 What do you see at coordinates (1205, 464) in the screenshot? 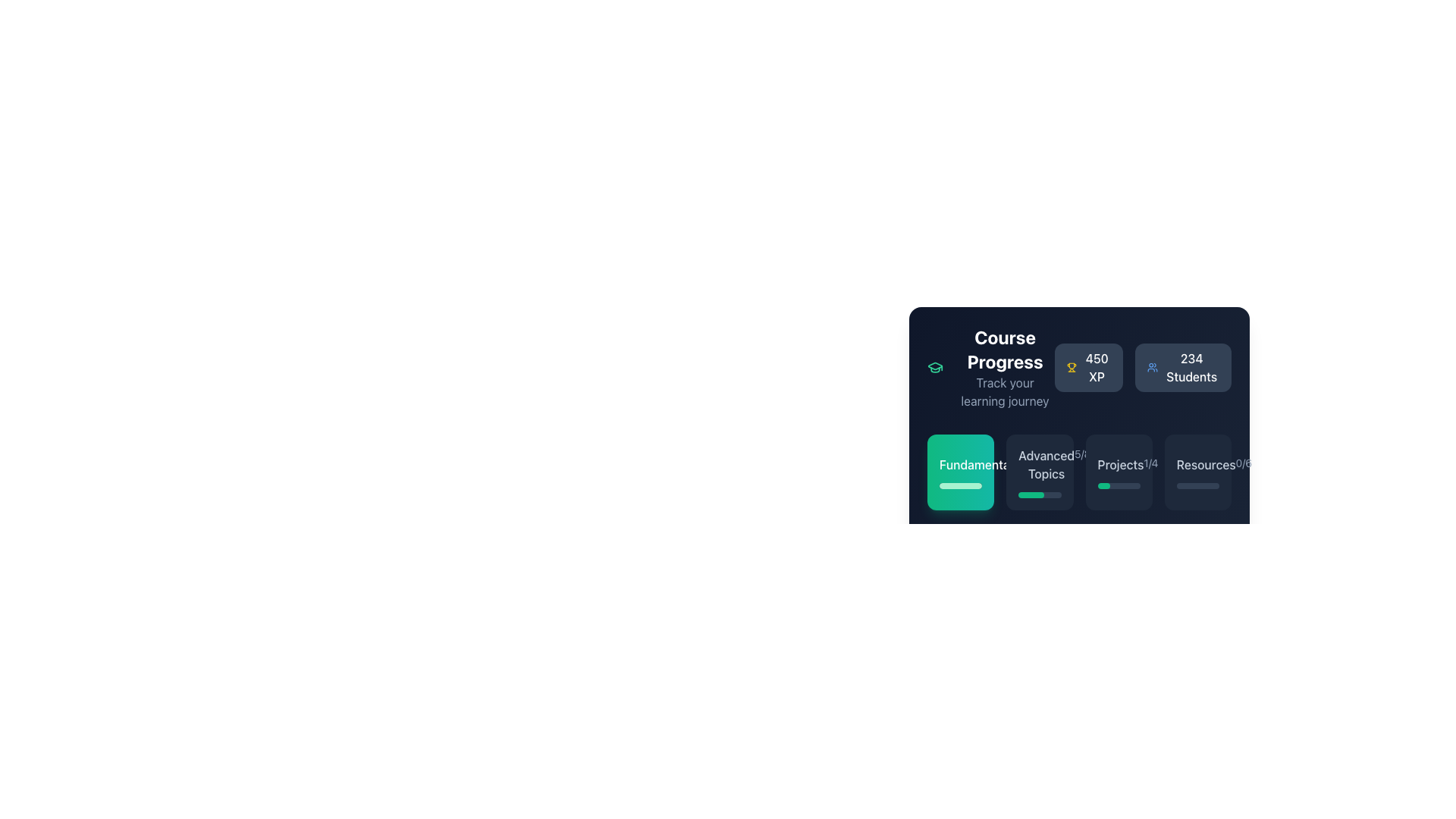
I see `the text label displaying 'Resources' in slate-gray color, located in the bottom row of the 'Course Progress' card, preceding the small text '0/6'` at bounding box center [1205, 464].